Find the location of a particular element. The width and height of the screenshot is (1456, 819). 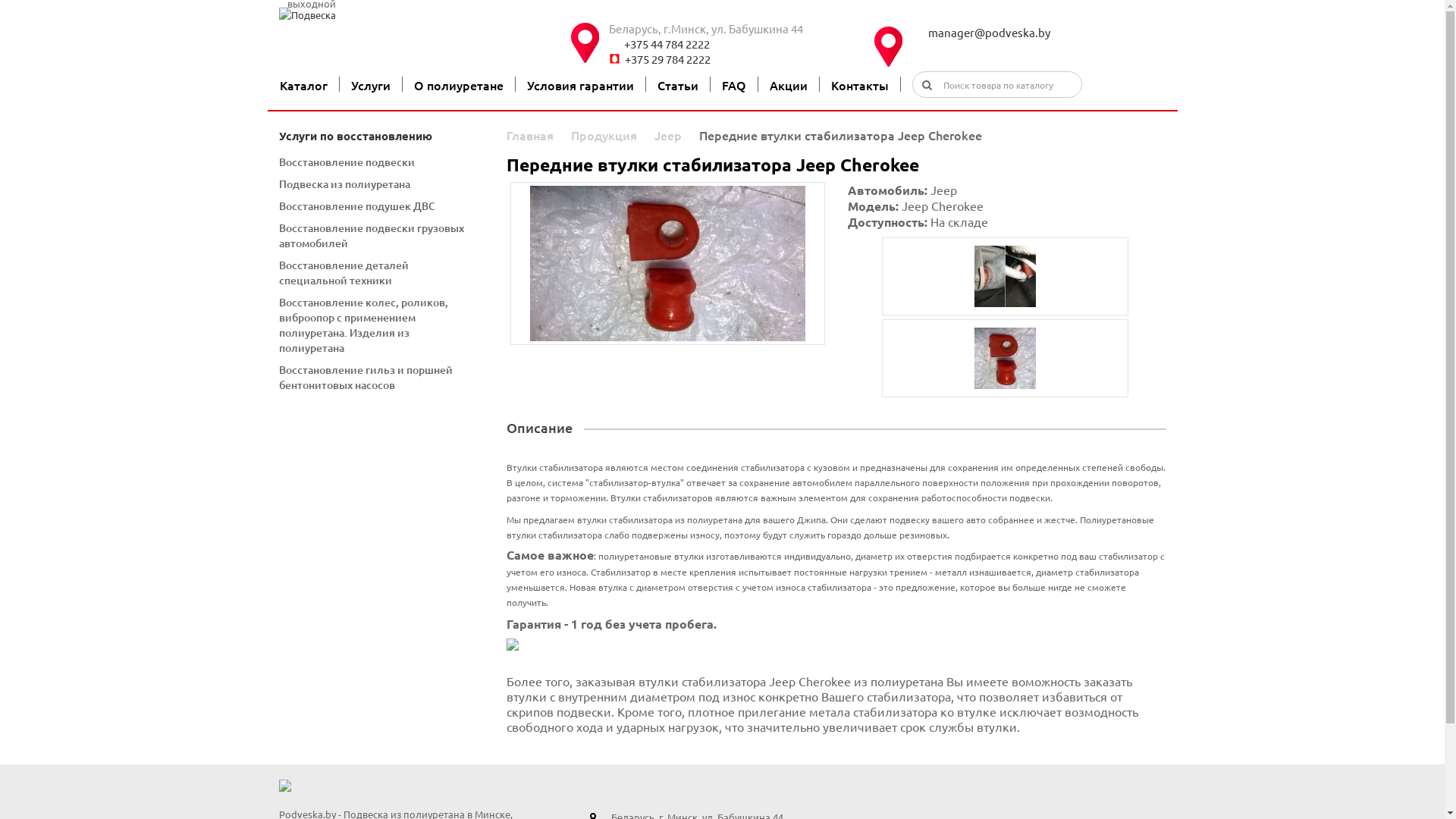

'manager@podveska.by' is located at coordinates (1043, 32).